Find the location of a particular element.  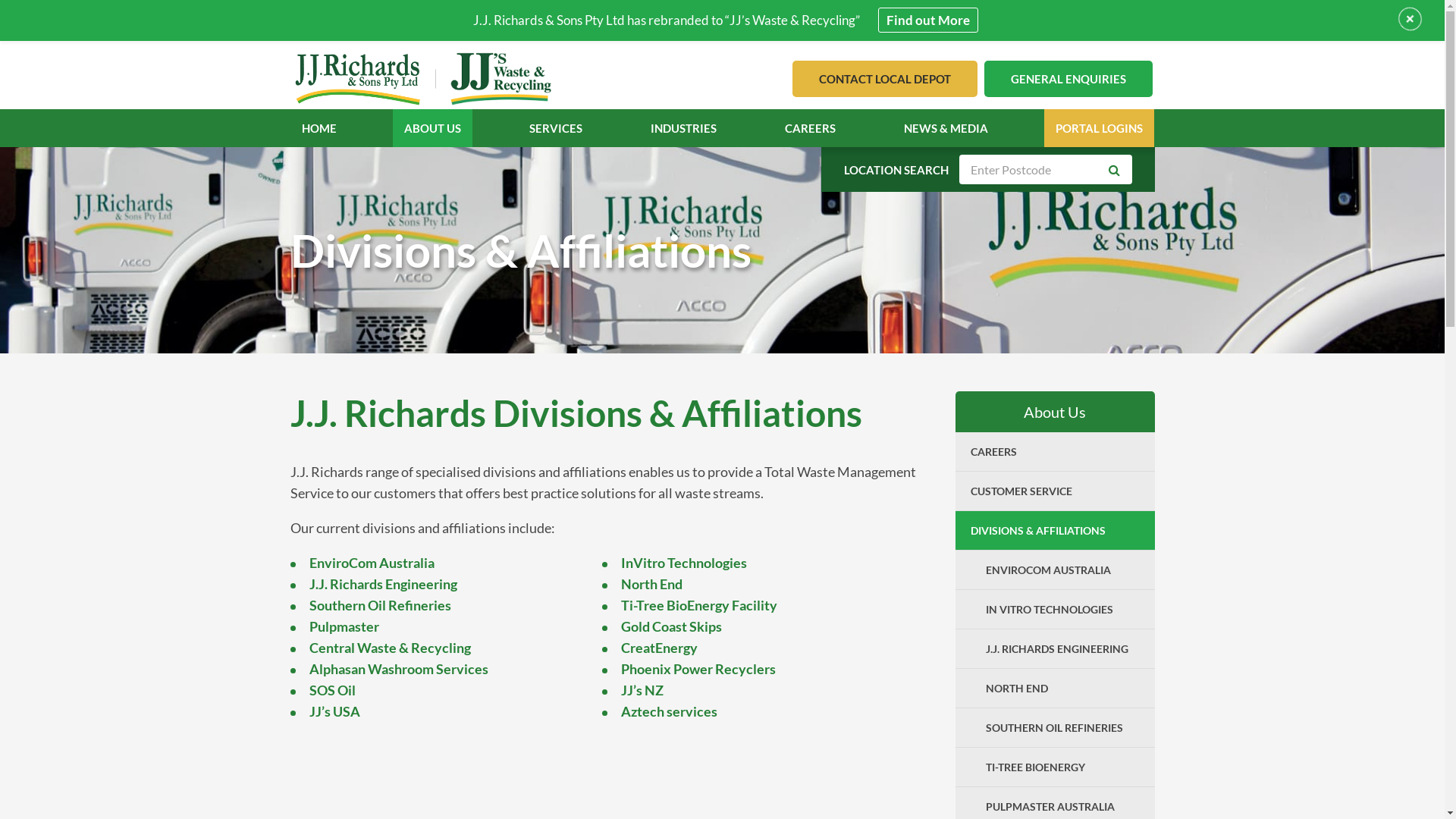

'DIVISIONS & AFFILIATIONS' is located at coordinates (1054, 529).